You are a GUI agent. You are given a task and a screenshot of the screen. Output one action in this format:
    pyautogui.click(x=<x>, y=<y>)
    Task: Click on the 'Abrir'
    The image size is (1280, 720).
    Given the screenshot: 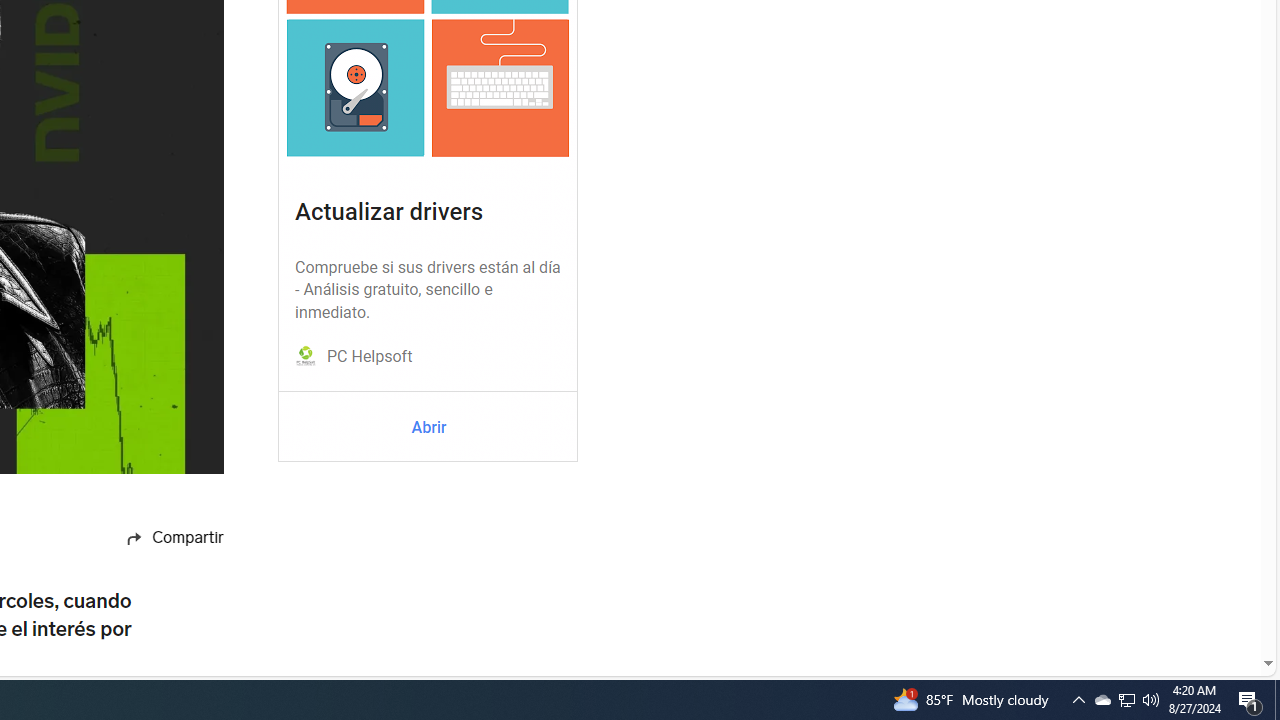 What is the action you would take?
    pyautogui.click(x=427, y=427)
    